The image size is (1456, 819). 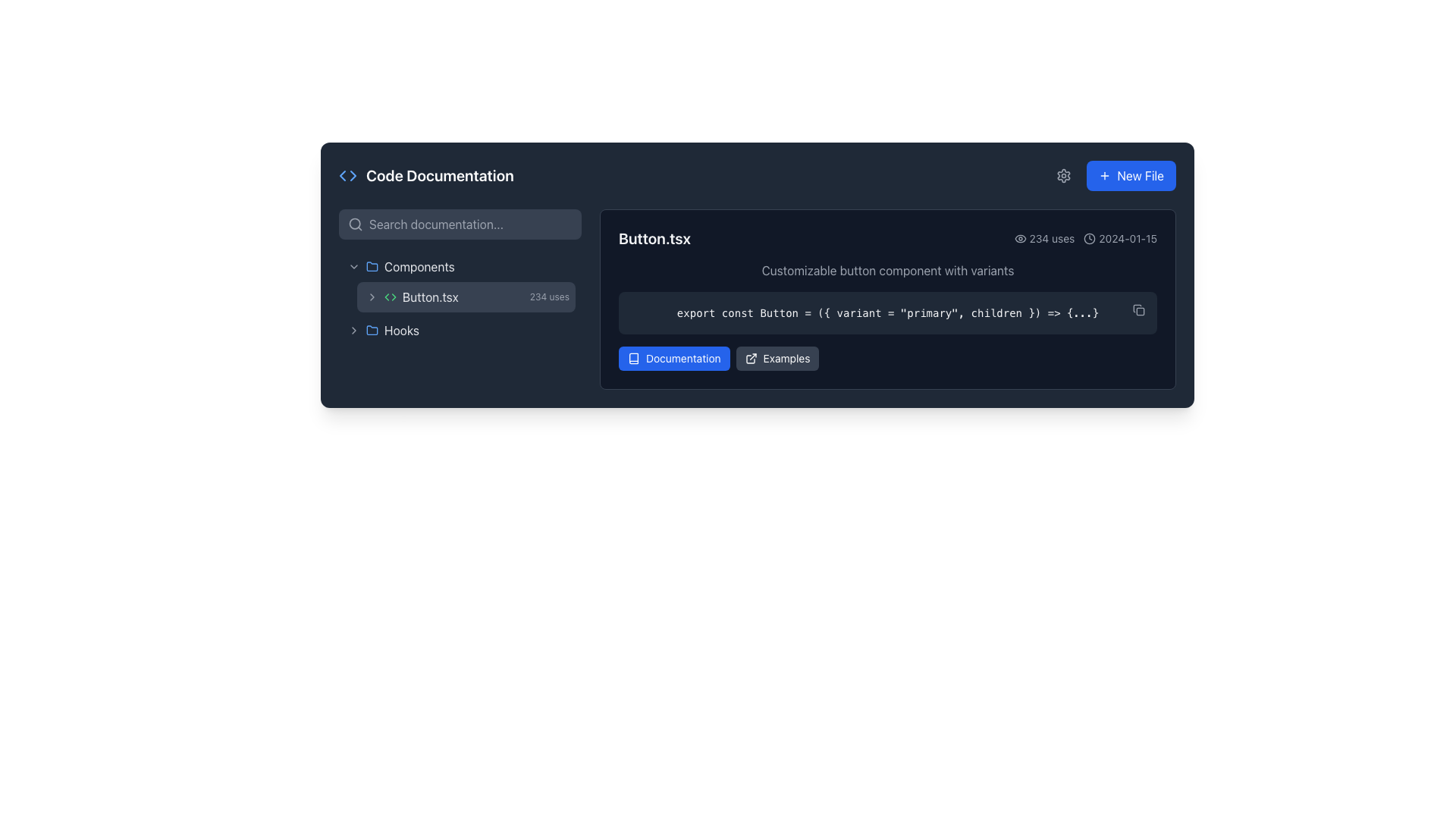 What do you see at coordinates (372, 329) in the screenshot?
I see `the folder icon representing the 'Hooks' entry in the options list, which visually cues the concept of a folder or directory` at bounding box center [372, 329].